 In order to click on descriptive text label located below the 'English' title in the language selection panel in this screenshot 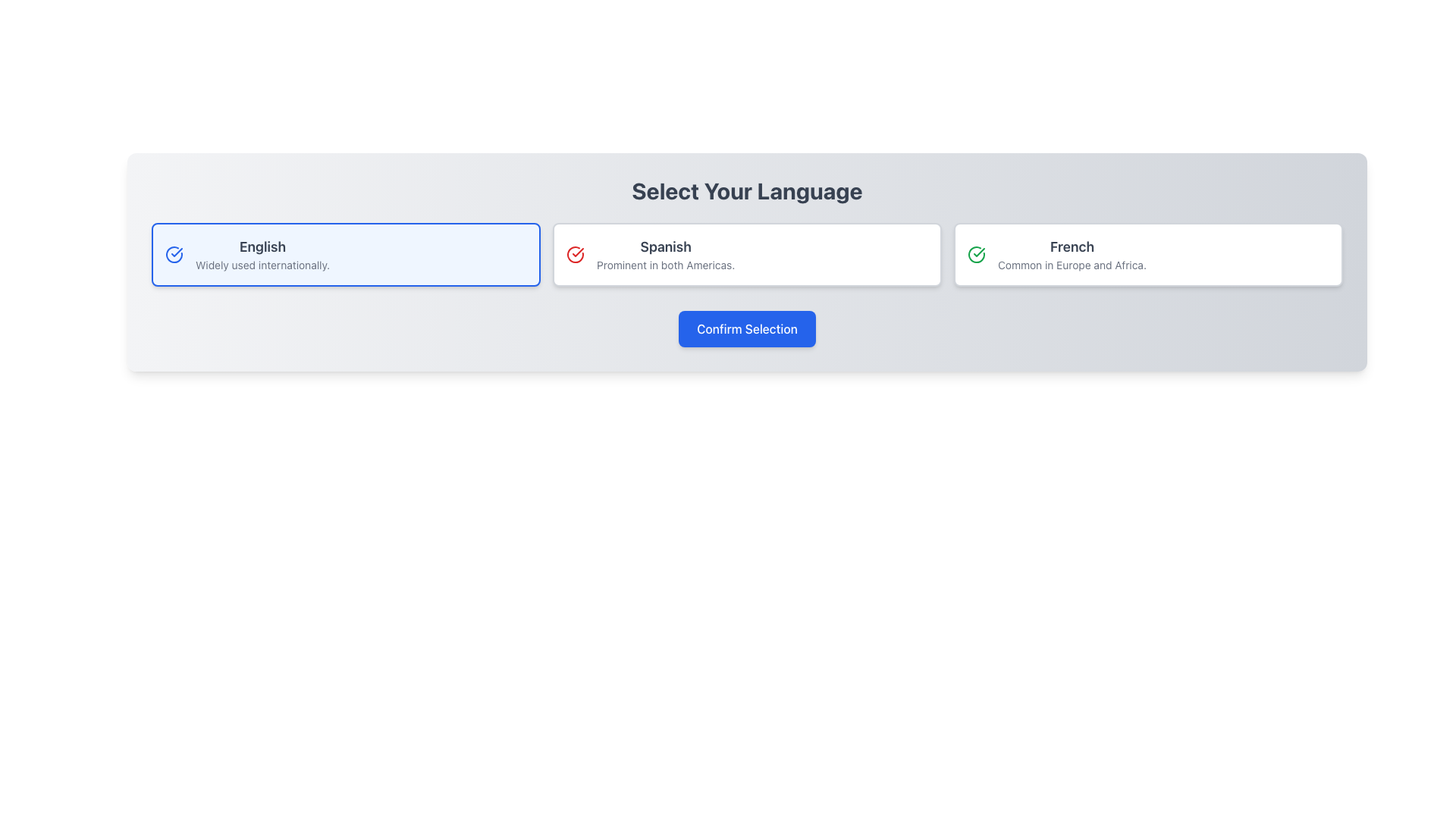, I will do `click(262, 265)`.